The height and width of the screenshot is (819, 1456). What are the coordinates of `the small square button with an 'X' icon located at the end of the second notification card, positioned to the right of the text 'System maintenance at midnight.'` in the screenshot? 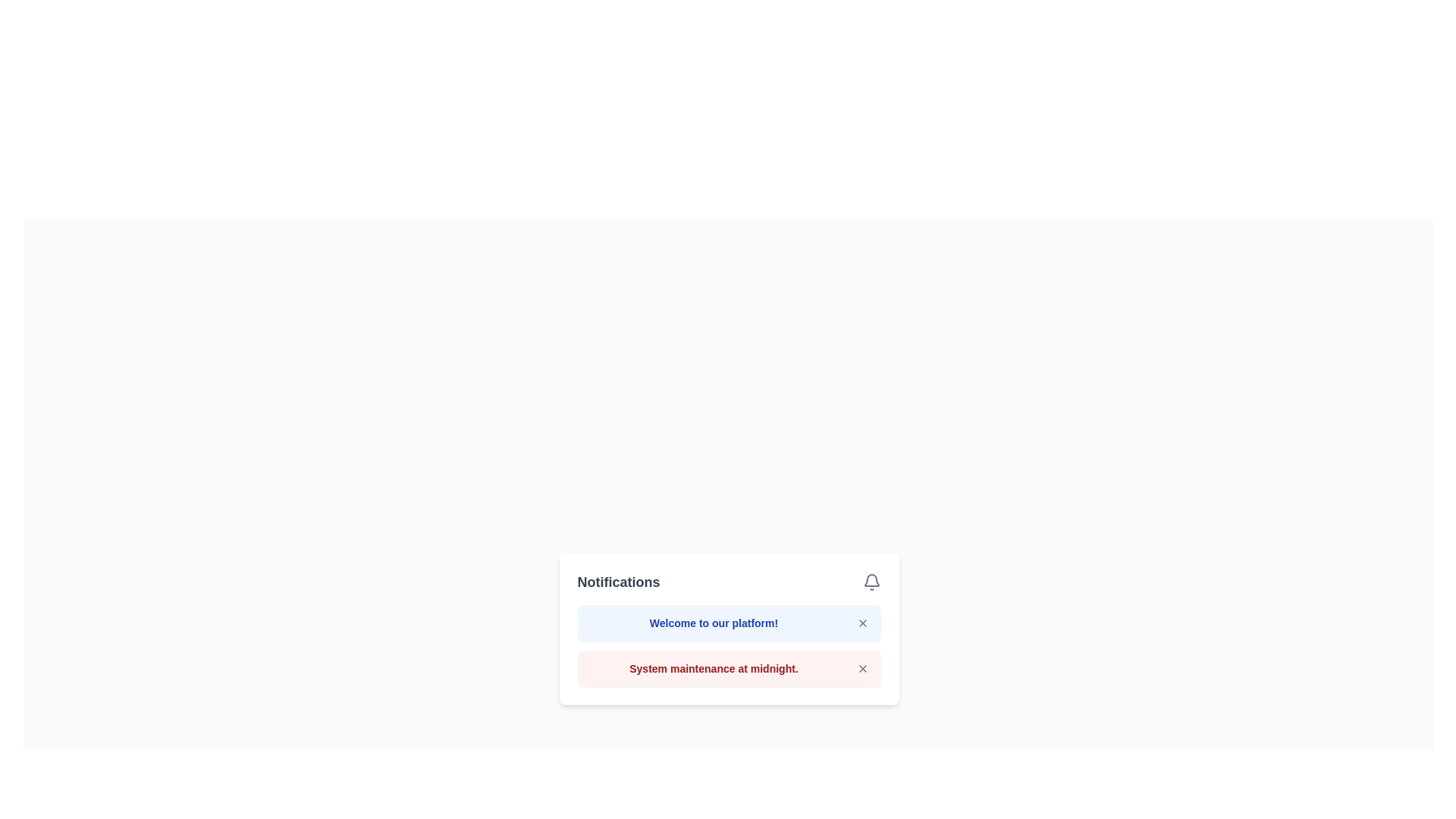 It's located at (862, 668).